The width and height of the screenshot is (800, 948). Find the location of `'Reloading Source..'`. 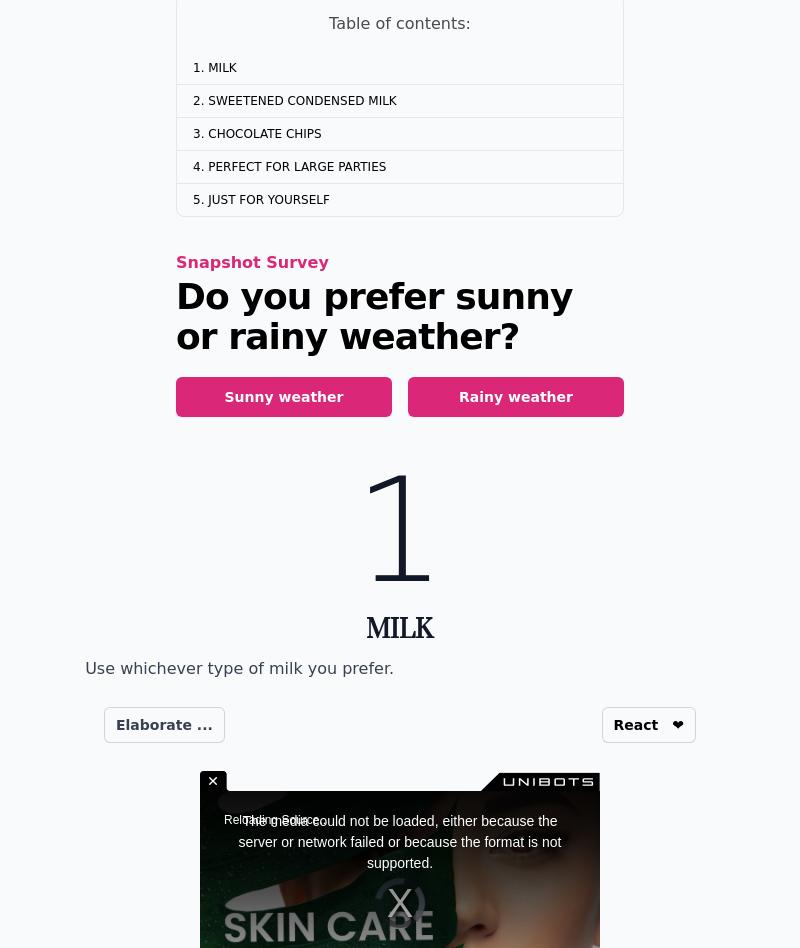

'Reloading Source..' is located at coordinates (275, 818).